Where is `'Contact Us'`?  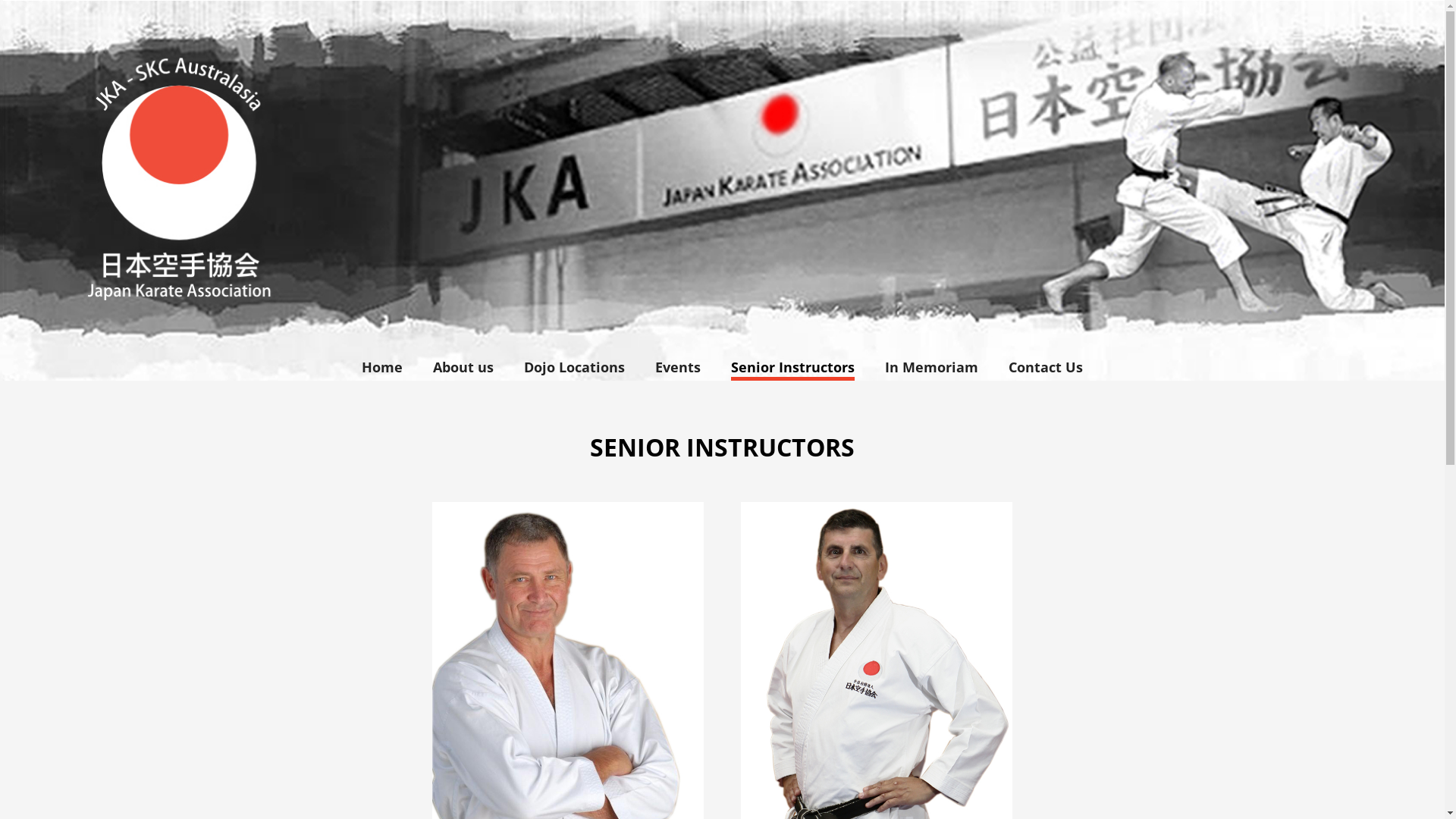
'Contact Us' is located at coordinates (993, 366).